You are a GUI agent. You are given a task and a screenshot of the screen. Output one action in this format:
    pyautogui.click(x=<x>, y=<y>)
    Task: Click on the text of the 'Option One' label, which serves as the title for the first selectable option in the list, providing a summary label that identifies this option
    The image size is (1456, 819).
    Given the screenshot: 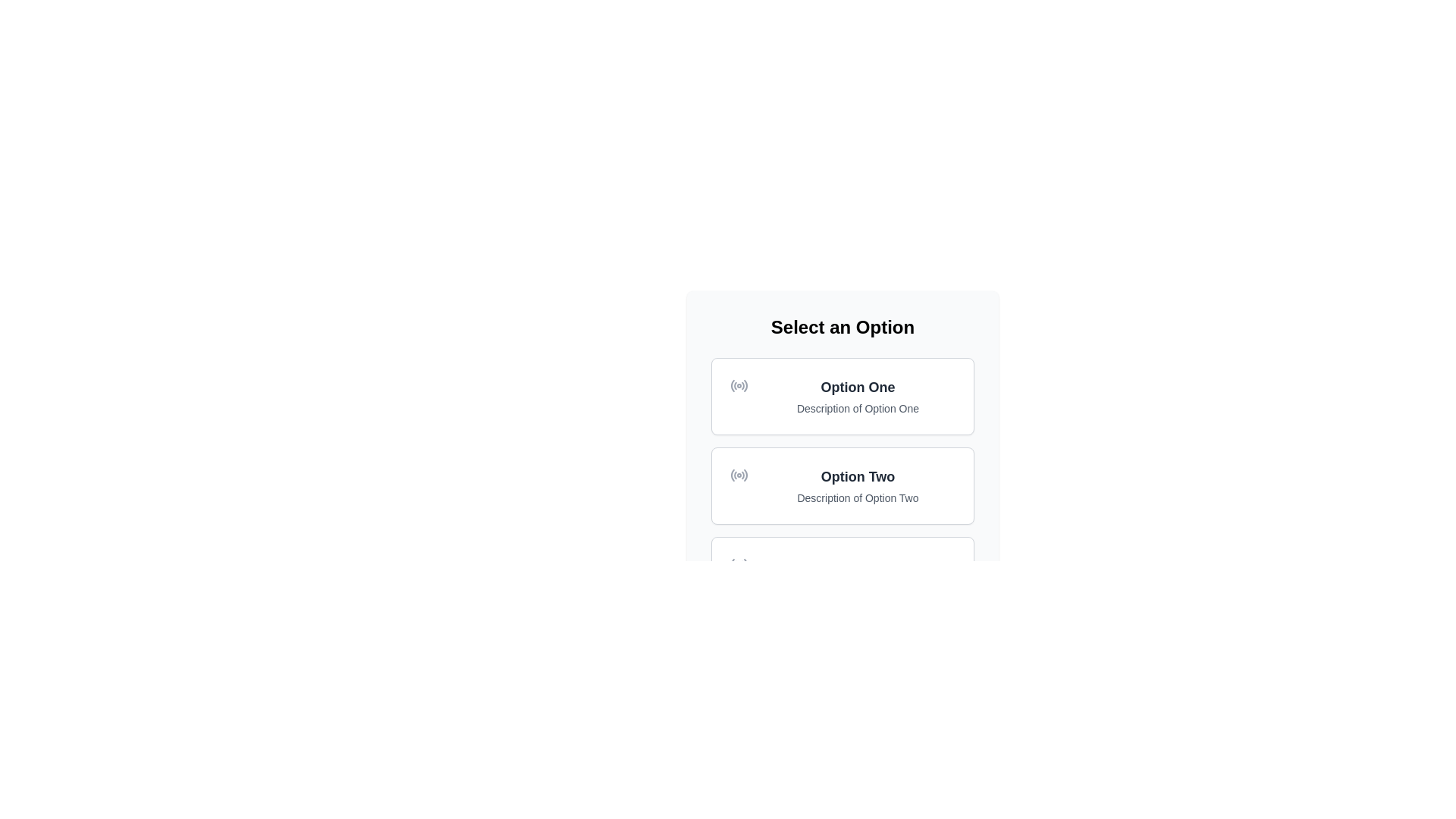 What is the action you would take?
    pyautogui.click(x=858, y=386)
    